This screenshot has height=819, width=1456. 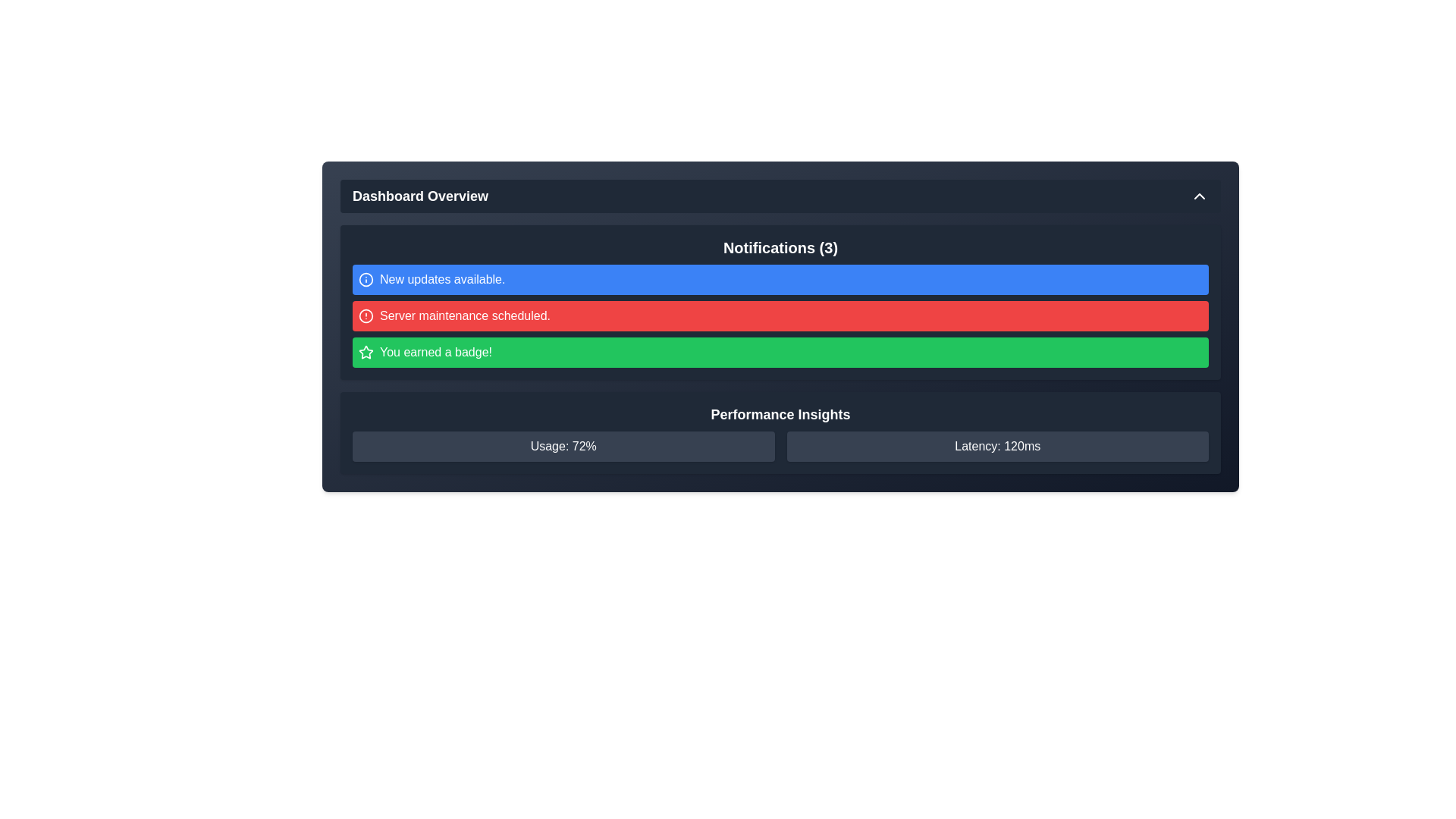 I want to click on the Text label that serves as the section header for notifications, which displays the title and count of unread notifications, so click(x=780, y=247).